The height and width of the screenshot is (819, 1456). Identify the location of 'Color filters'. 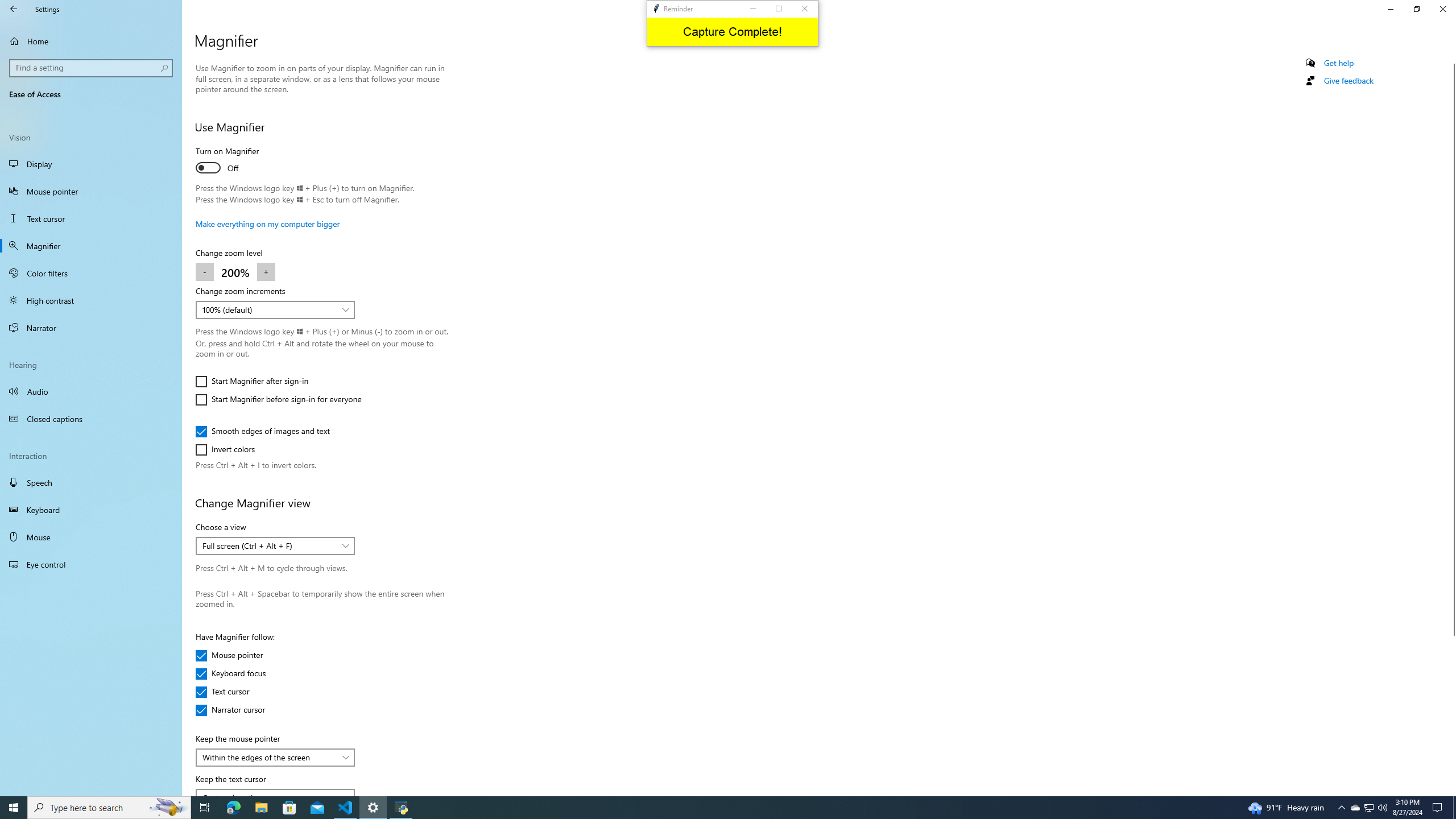
(90, 272).